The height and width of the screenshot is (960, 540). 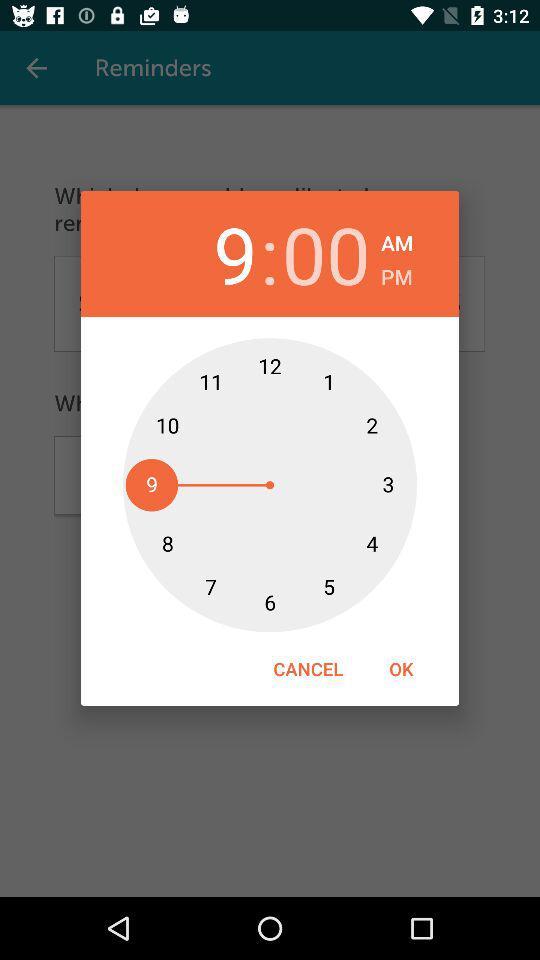 I want to click on the pm, so click(x=396, y=273).